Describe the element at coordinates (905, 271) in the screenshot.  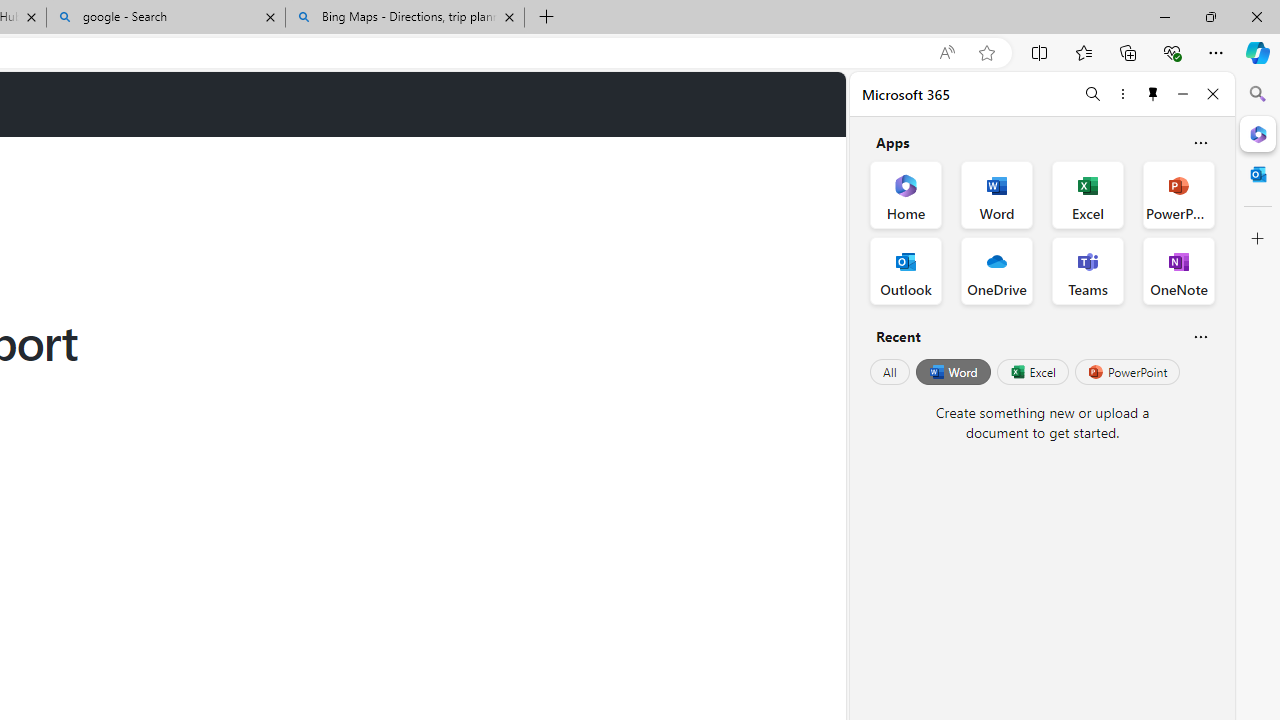
I see `'Outlook Office App'` at that location.